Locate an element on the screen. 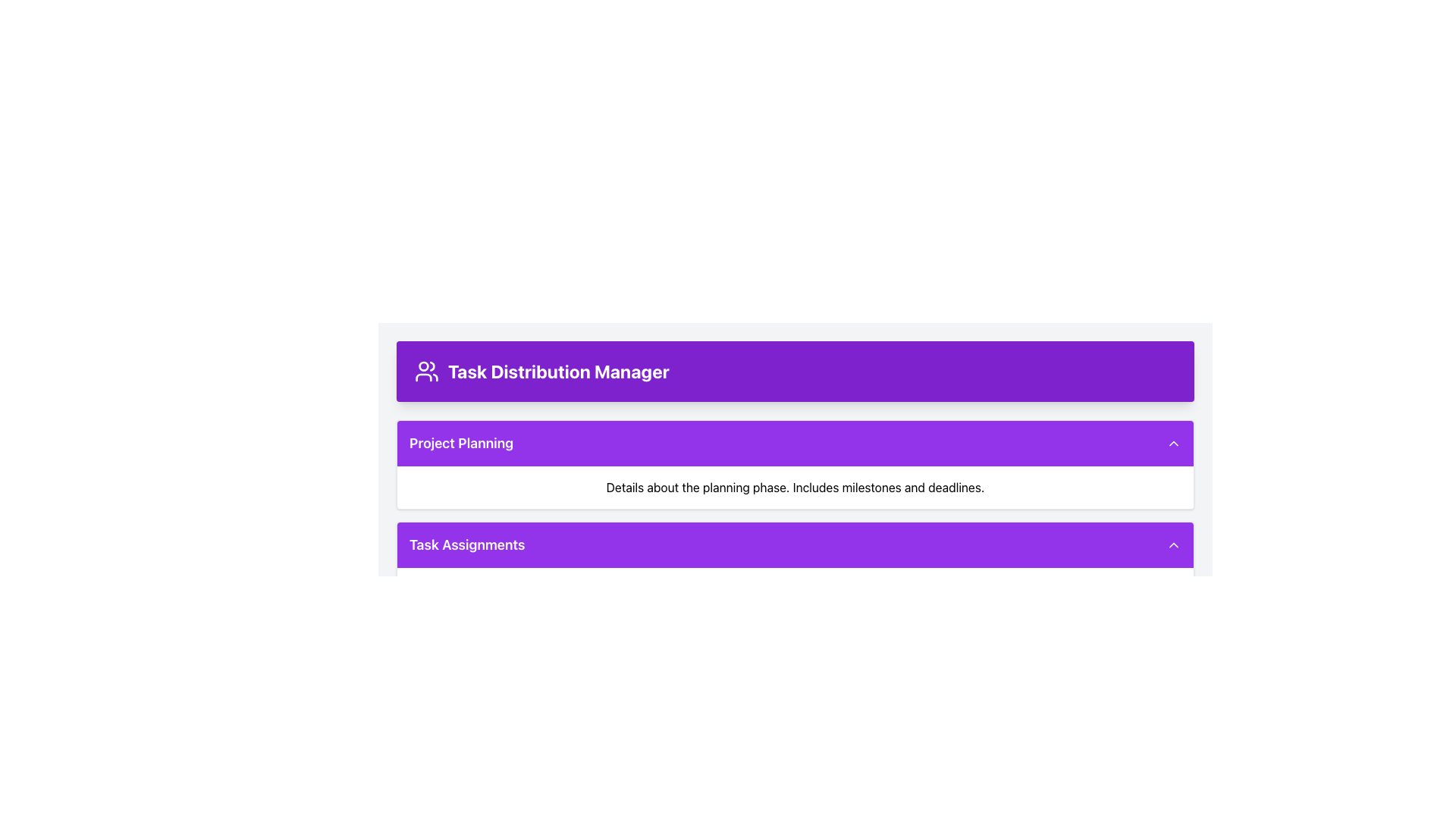  the 'Task Assignments' label which is displayed in bold white text on a purple background, positioned at the bottom of the section is located at coordinates (466, 544).